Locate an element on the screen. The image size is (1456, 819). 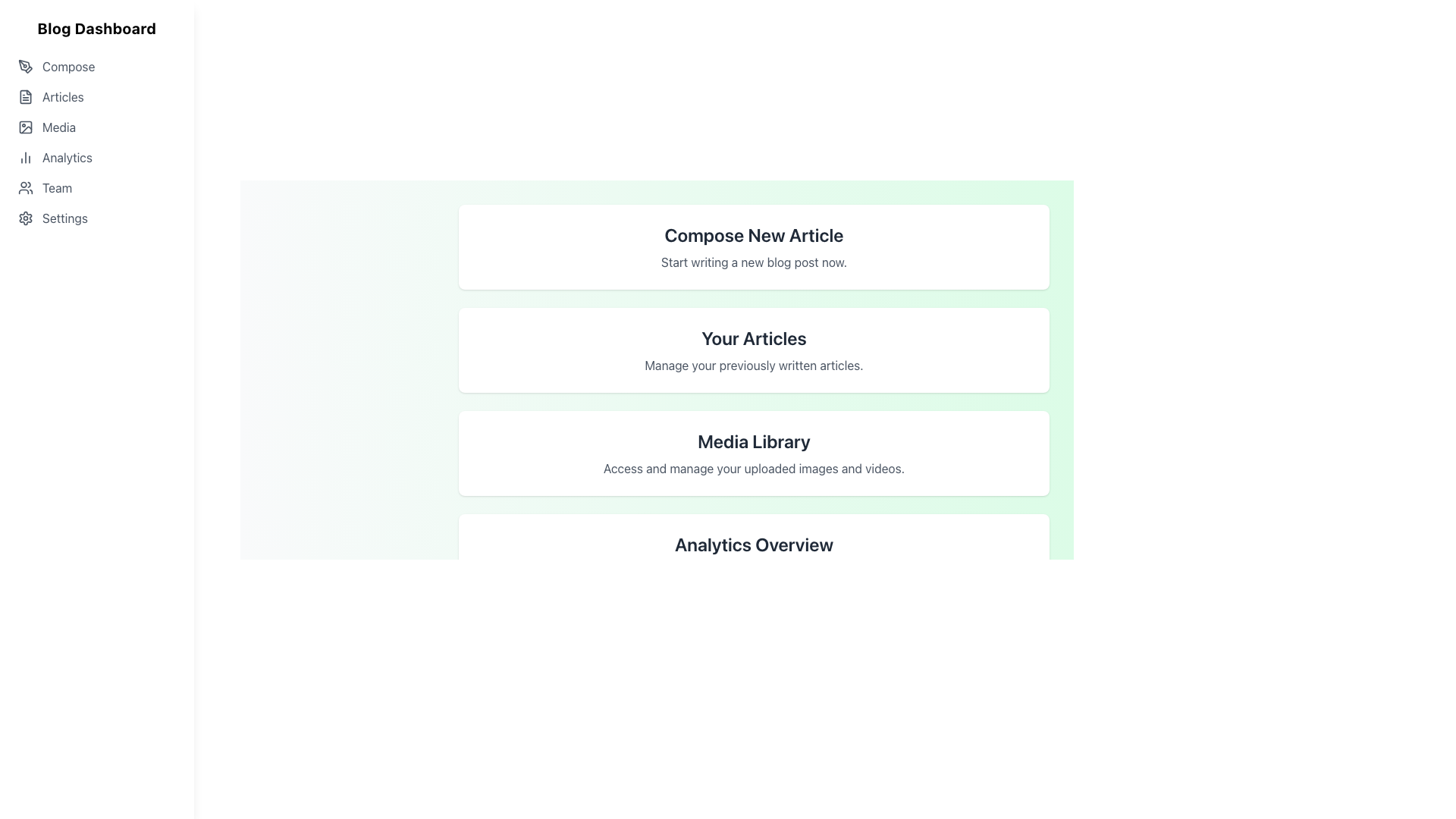
the Text Label that describes the purpose of the 'Your Articles' section, which is located immediately below the heading 'Your Articles' is located at coordinates (754, 366).